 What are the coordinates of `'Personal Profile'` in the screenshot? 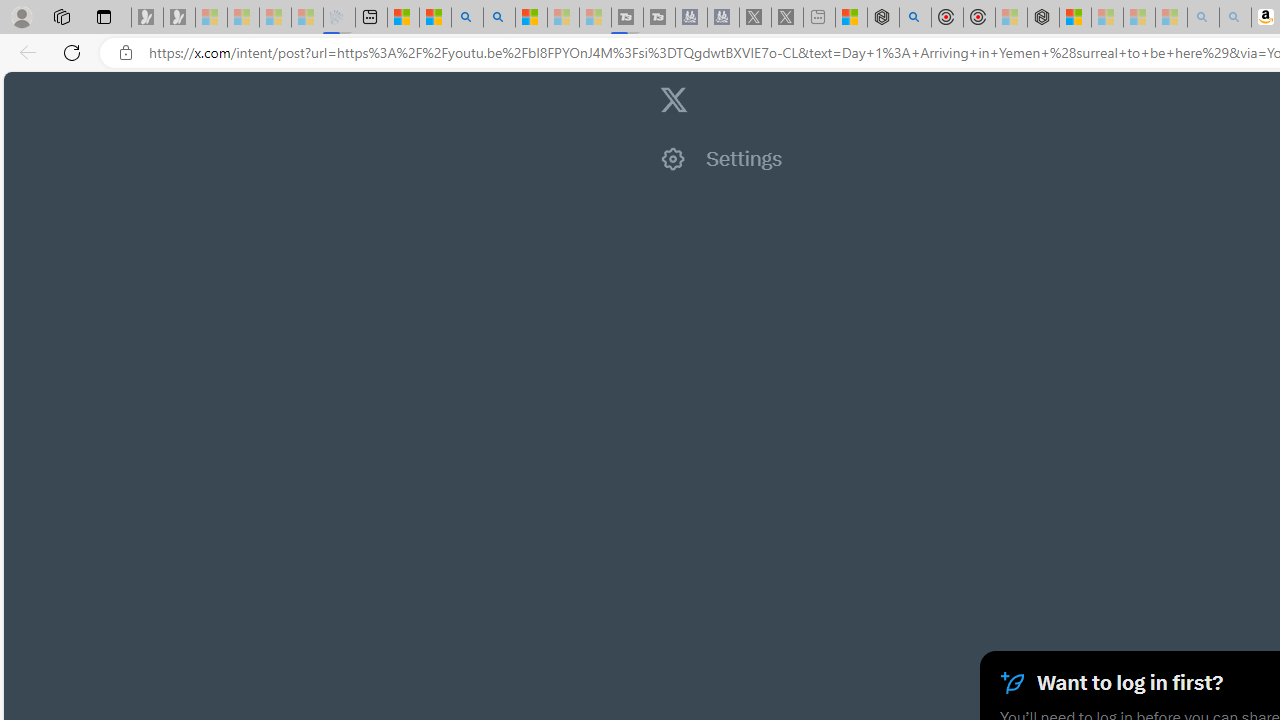 It's located at (21, 16).